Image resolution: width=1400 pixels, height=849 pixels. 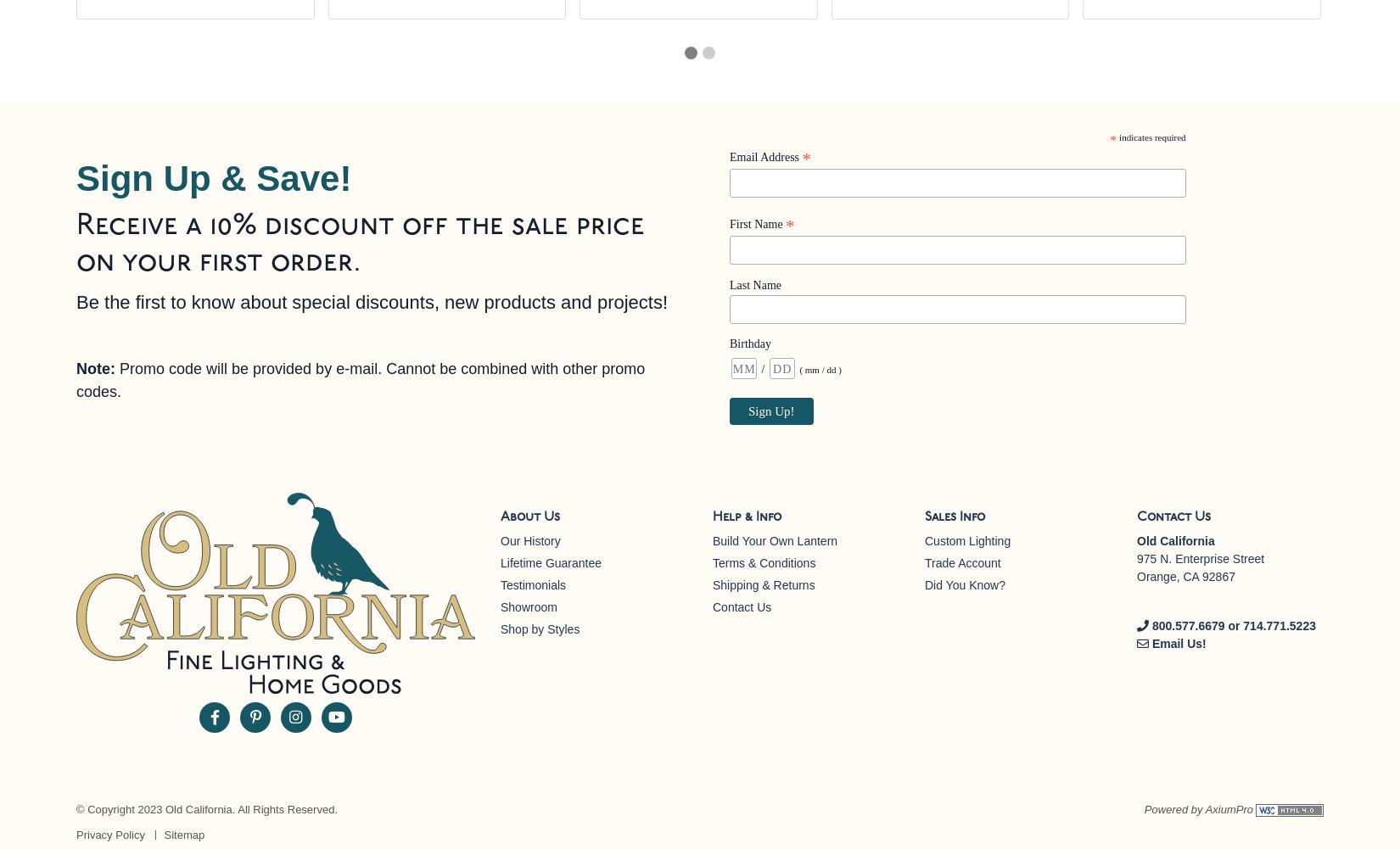 What do you see at coordinates (500, 517) in the screenshot?
I see `'About Us'` at bounding box center [500, 517].